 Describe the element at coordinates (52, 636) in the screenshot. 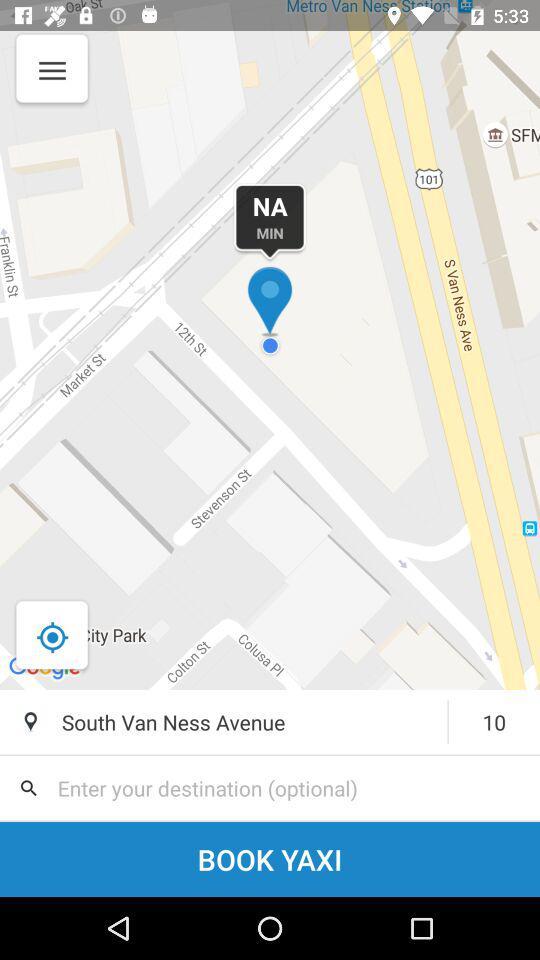

I see `the button which is above the south van ness avenue` at that location.